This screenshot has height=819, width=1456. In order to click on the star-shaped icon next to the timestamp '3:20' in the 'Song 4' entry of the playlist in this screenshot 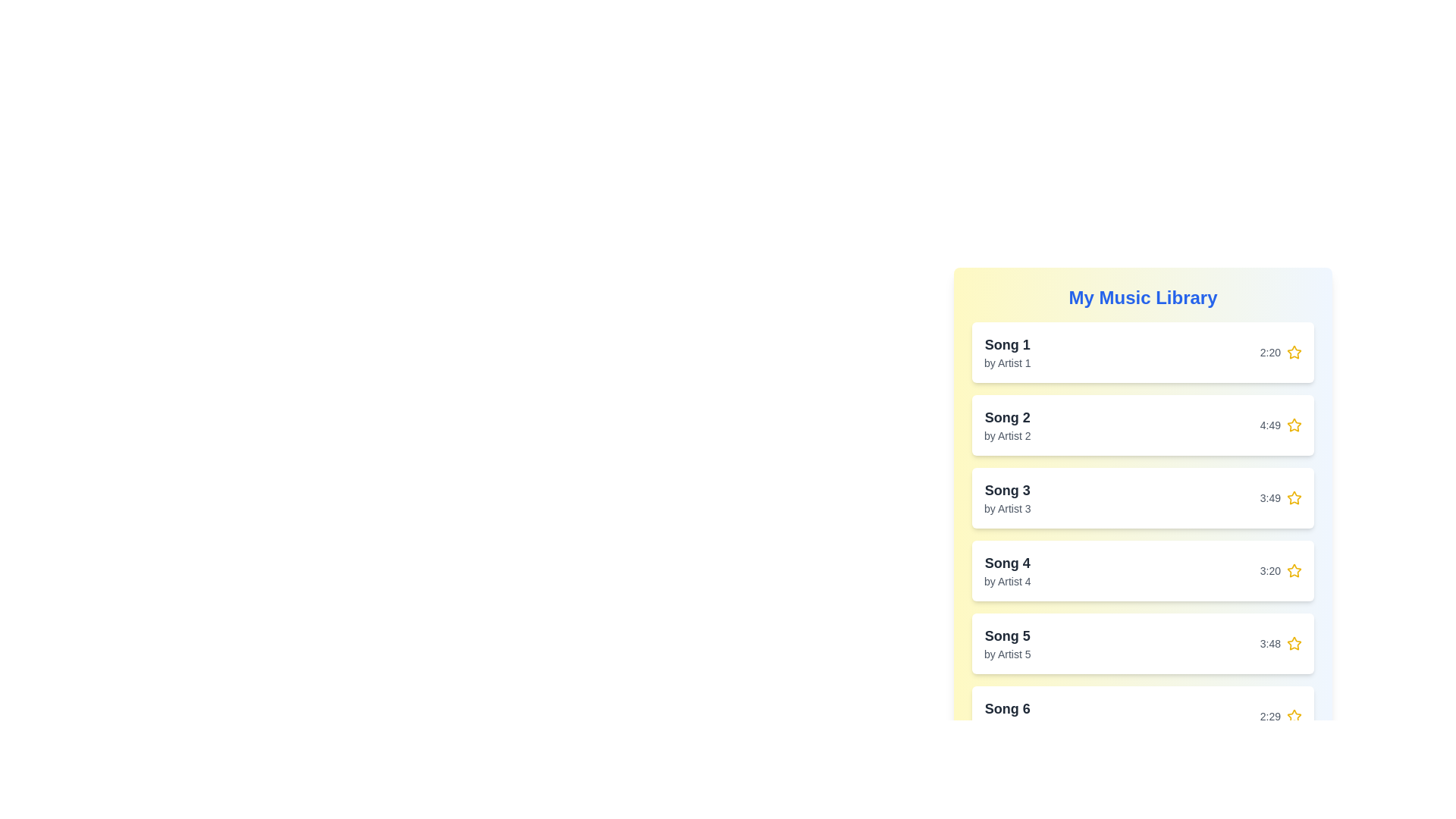, I will do `click(1294, 570)`.